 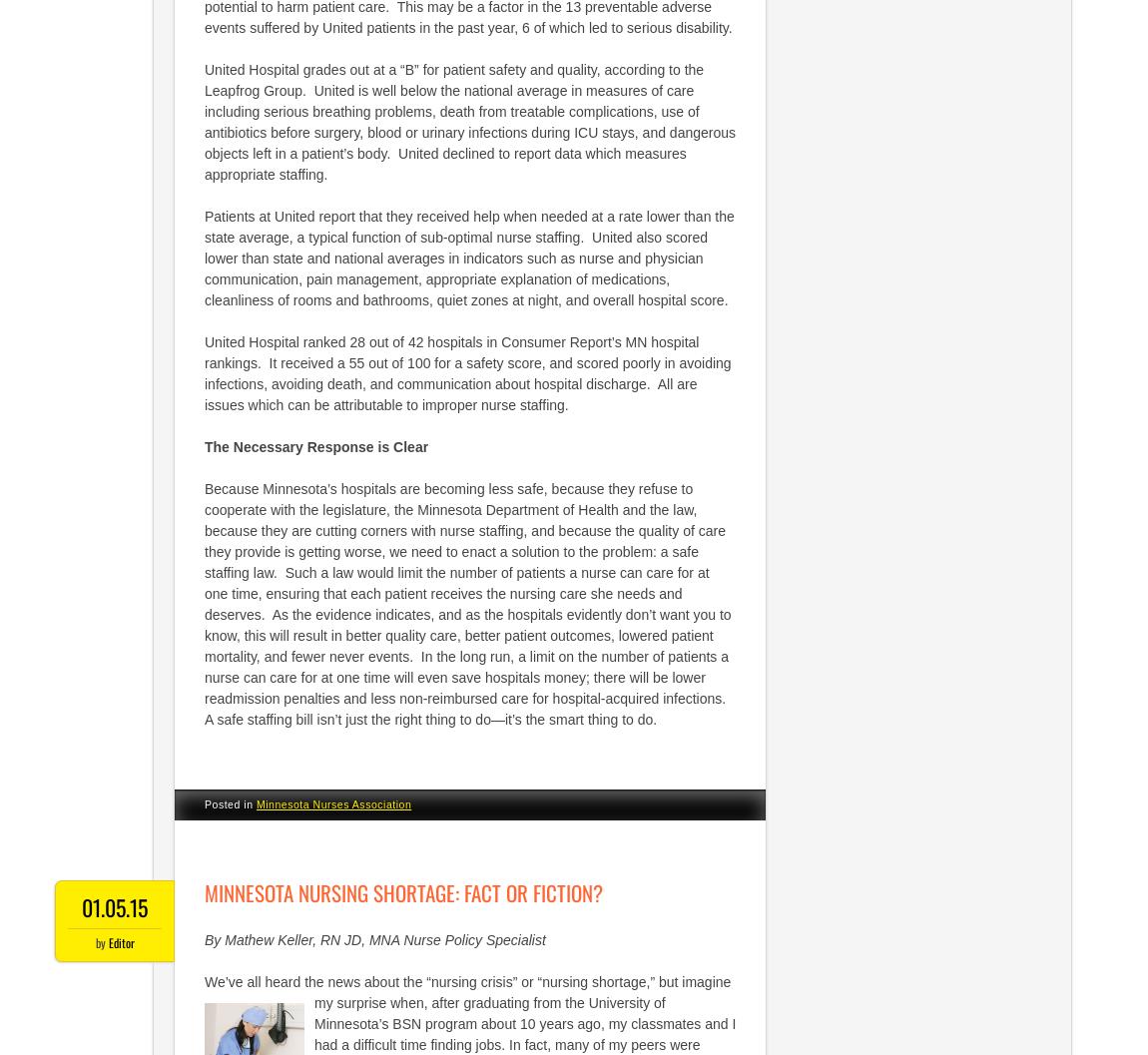 I want to click on 'United Hospital grades out at a “B” for patient safety and quality, according to the Leapfrog Group.  United is well below the national average in measures of care including serious breathing problems, death from treatable complications, use of antibiotics before surgery, blood or urinary infections during ICU stays, and dangerous objects left in a patient’s body.  United declined to report data which measures appropriate staffing.', so click(x=204, y=120).